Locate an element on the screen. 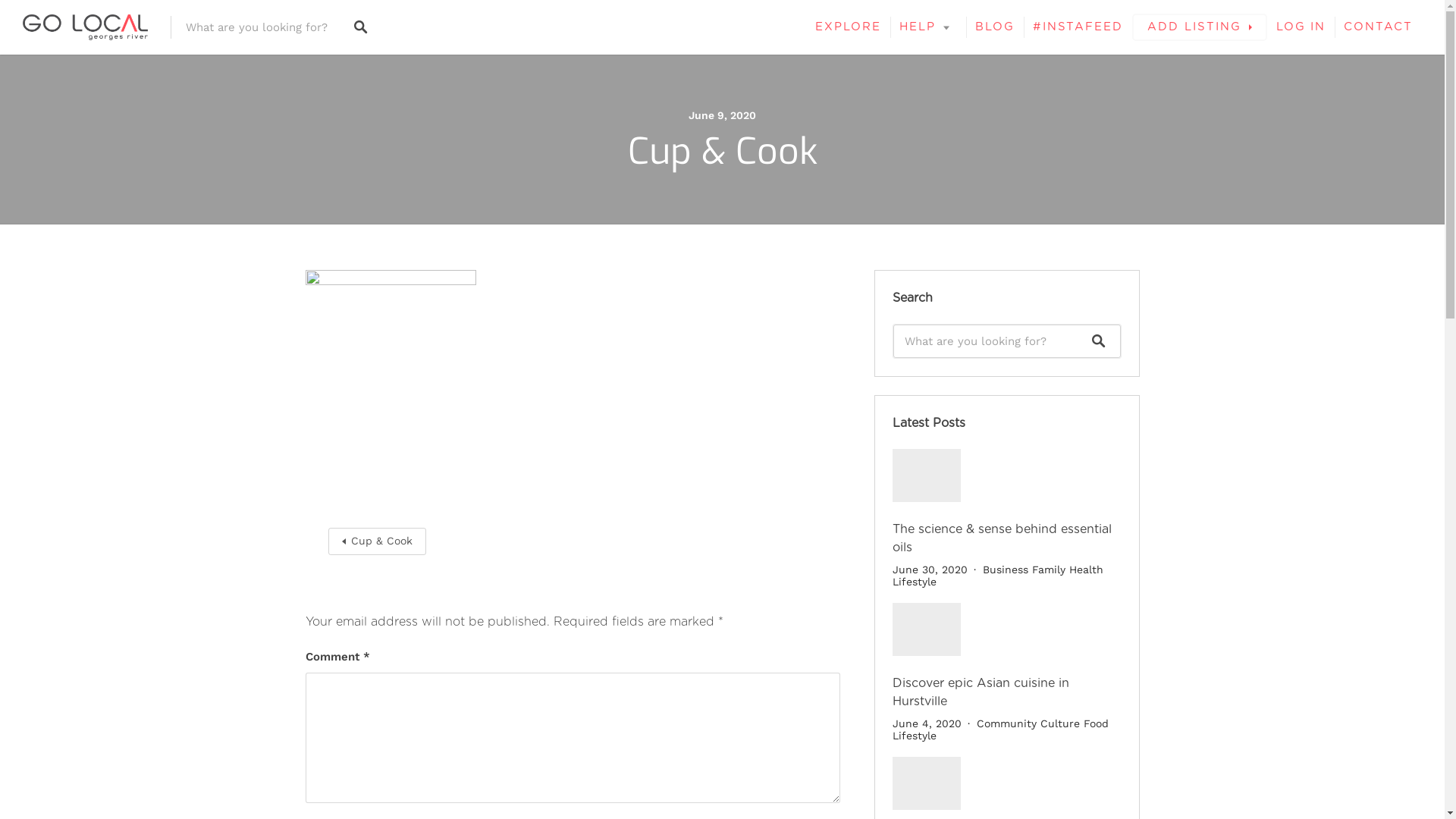  'June 30, 2020' is located at coordinates (928, 570).